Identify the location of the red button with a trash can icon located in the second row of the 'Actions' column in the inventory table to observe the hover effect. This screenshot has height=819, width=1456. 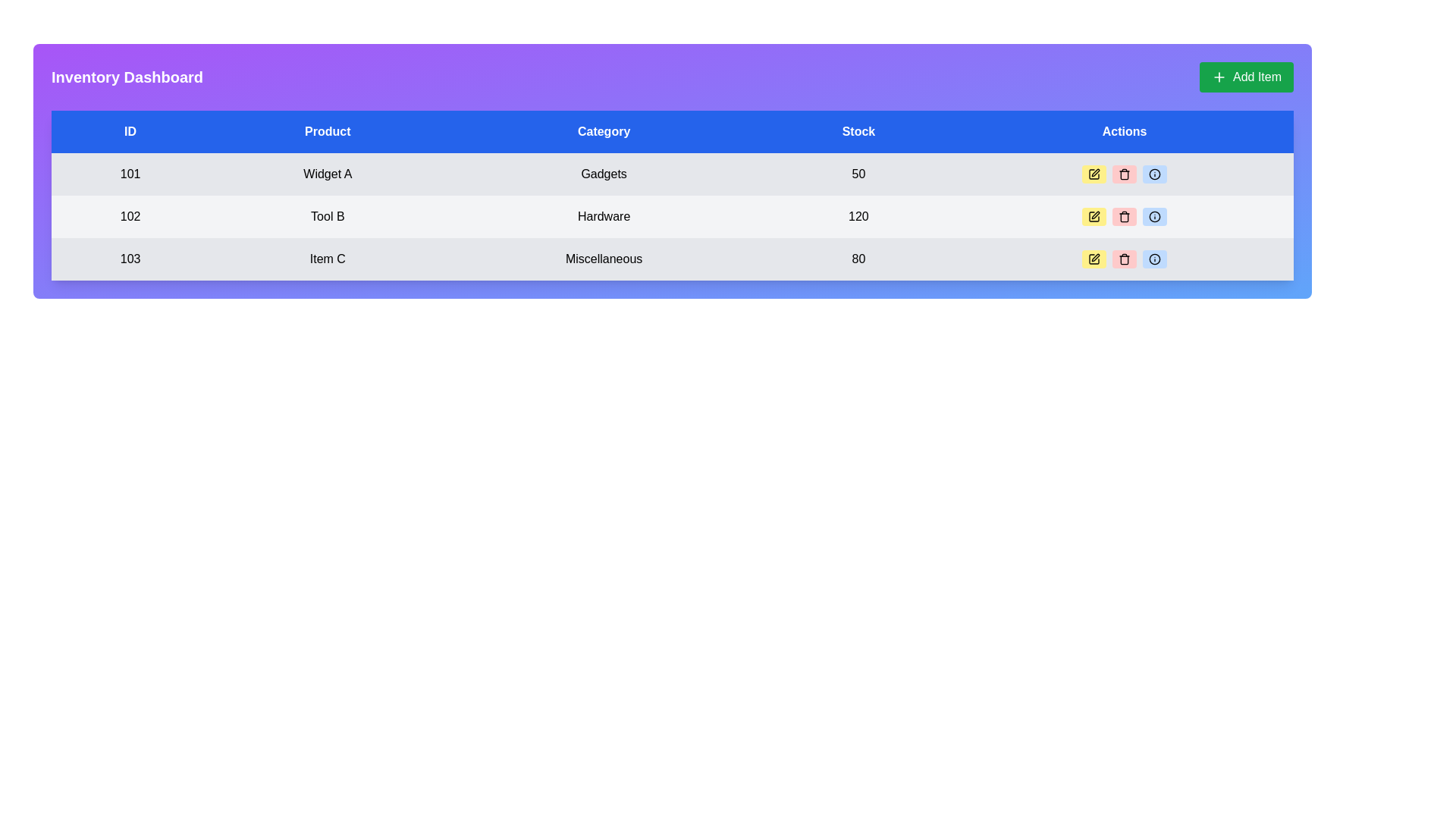
(1125, 216).